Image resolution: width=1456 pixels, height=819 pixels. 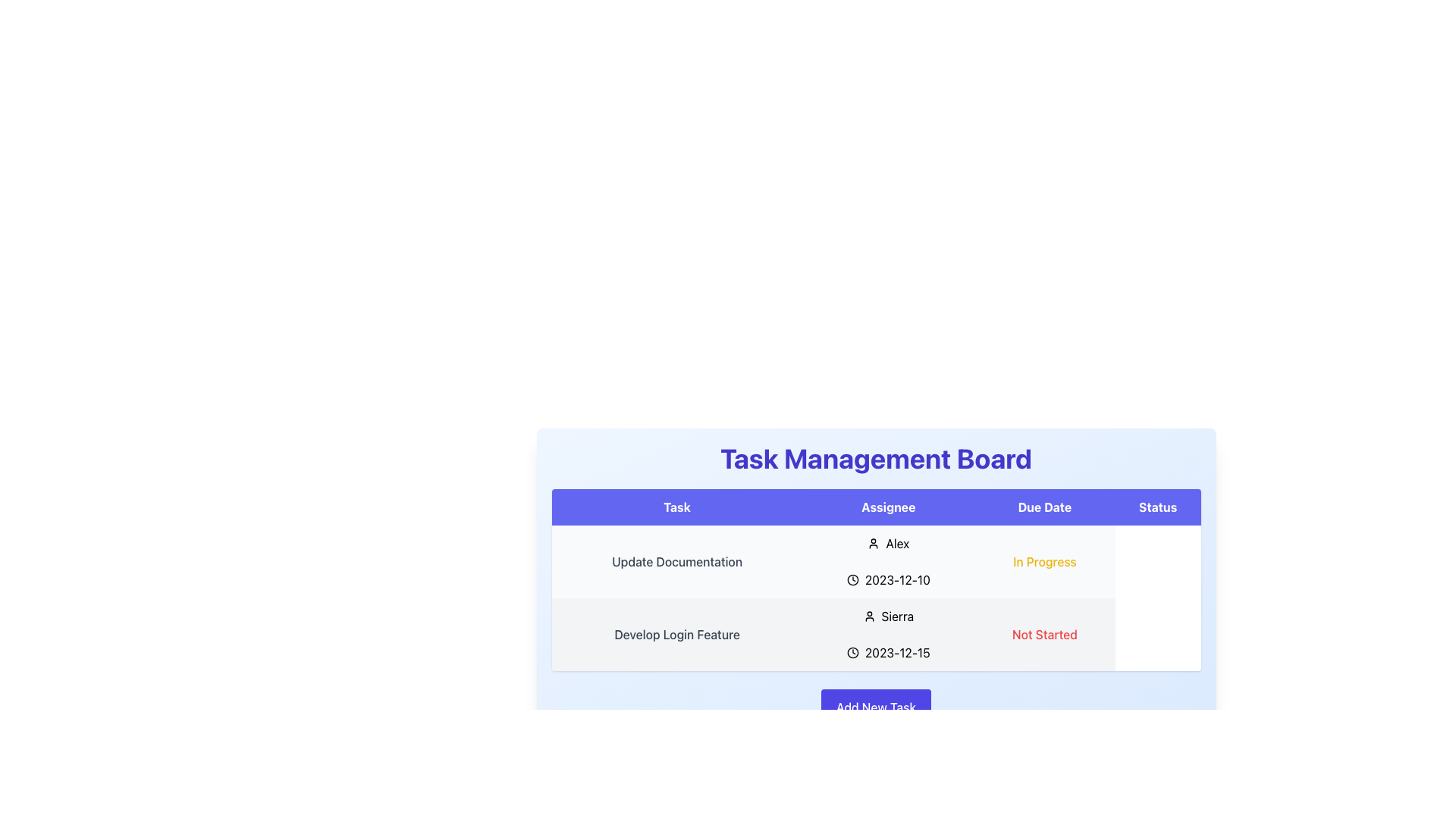 What do you see at coordinates (1043, 635) in the screenshot?
I see `the text label displaying 'Not Started' in red bold font, located in the 'Status' column of the task management table, aligned with the task 'Develop Login Feature'` at bounding box center [1043, 635].